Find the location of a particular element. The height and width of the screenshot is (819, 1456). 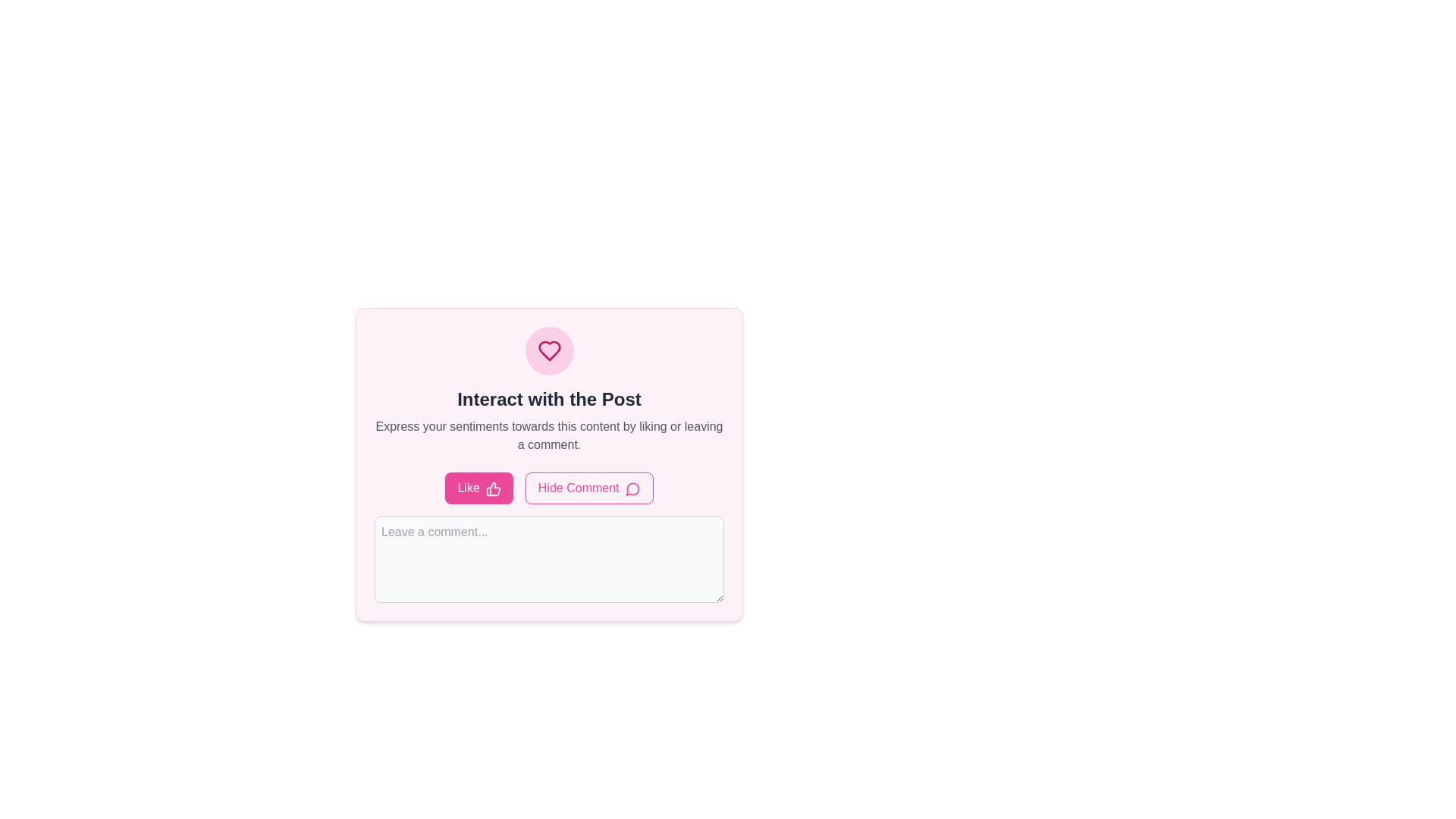

the button to the immediate right of the 'Like' button, which toggles the visibility of comments on the post is located at coordinates (588, 488).